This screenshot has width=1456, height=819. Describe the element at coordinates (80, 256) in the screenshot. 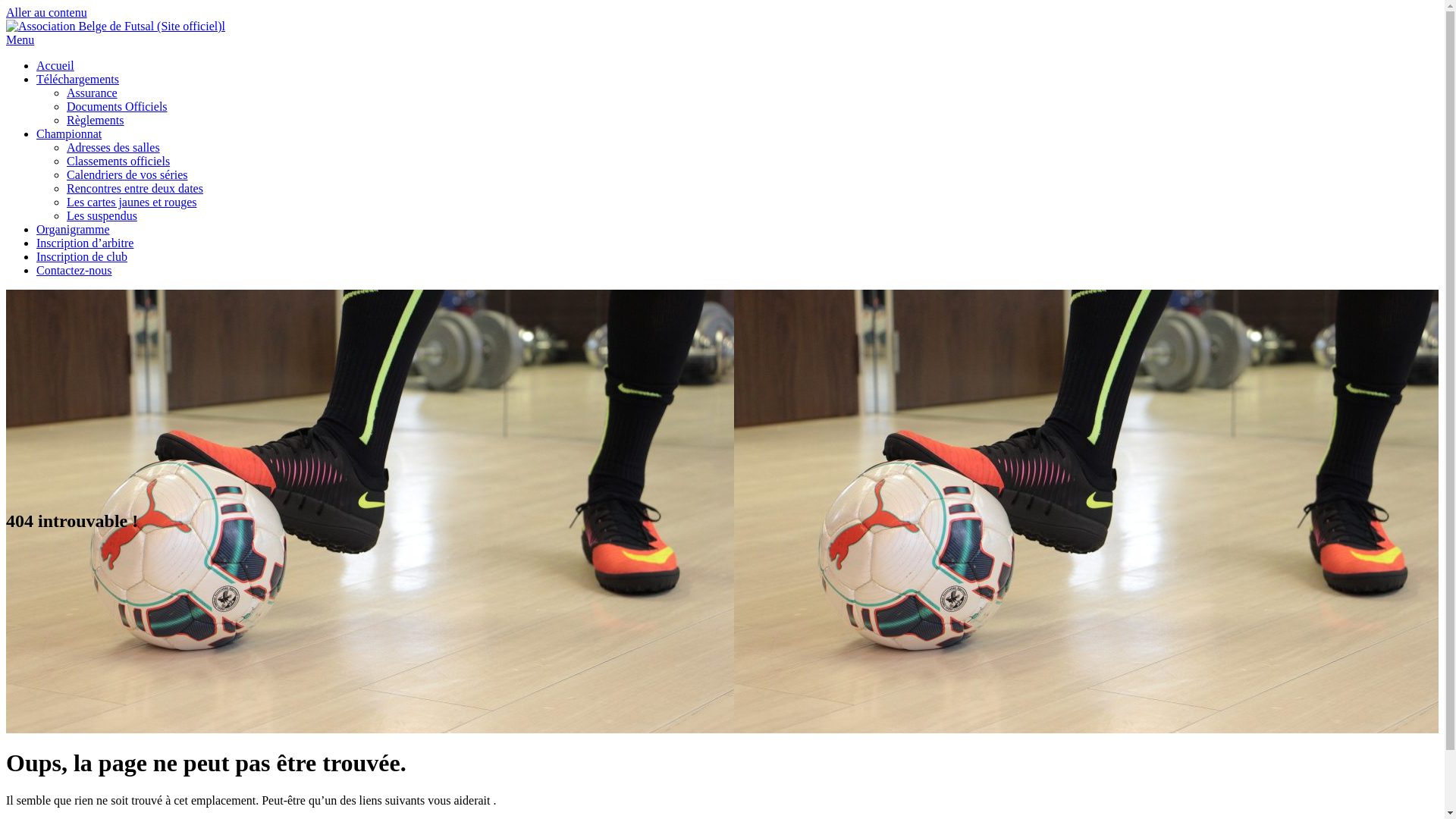

I see `'Inscription de club'` at that location.